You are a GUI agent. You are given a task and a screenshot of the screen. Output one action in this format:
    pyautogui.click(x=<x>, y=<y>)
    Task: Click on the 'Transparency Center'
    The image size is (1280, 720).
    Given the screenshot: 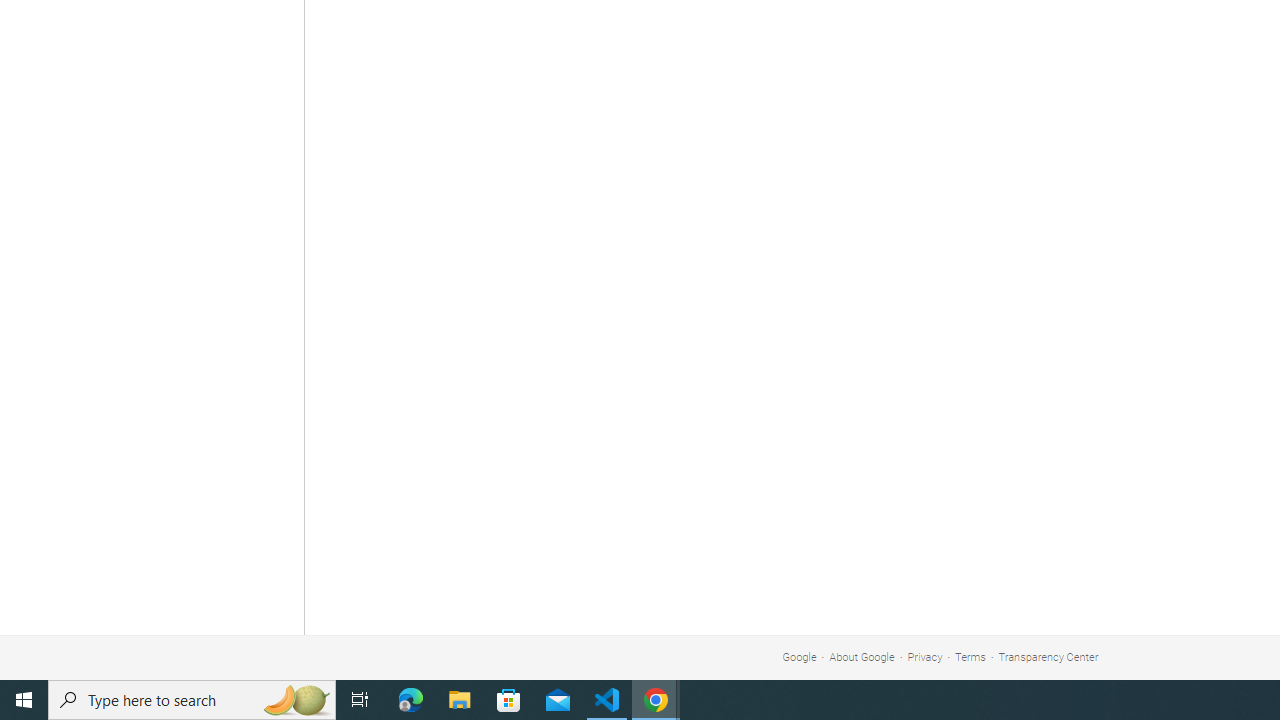 What is the action you would take?
    pyautogui.click(x=1047, y=657)
    